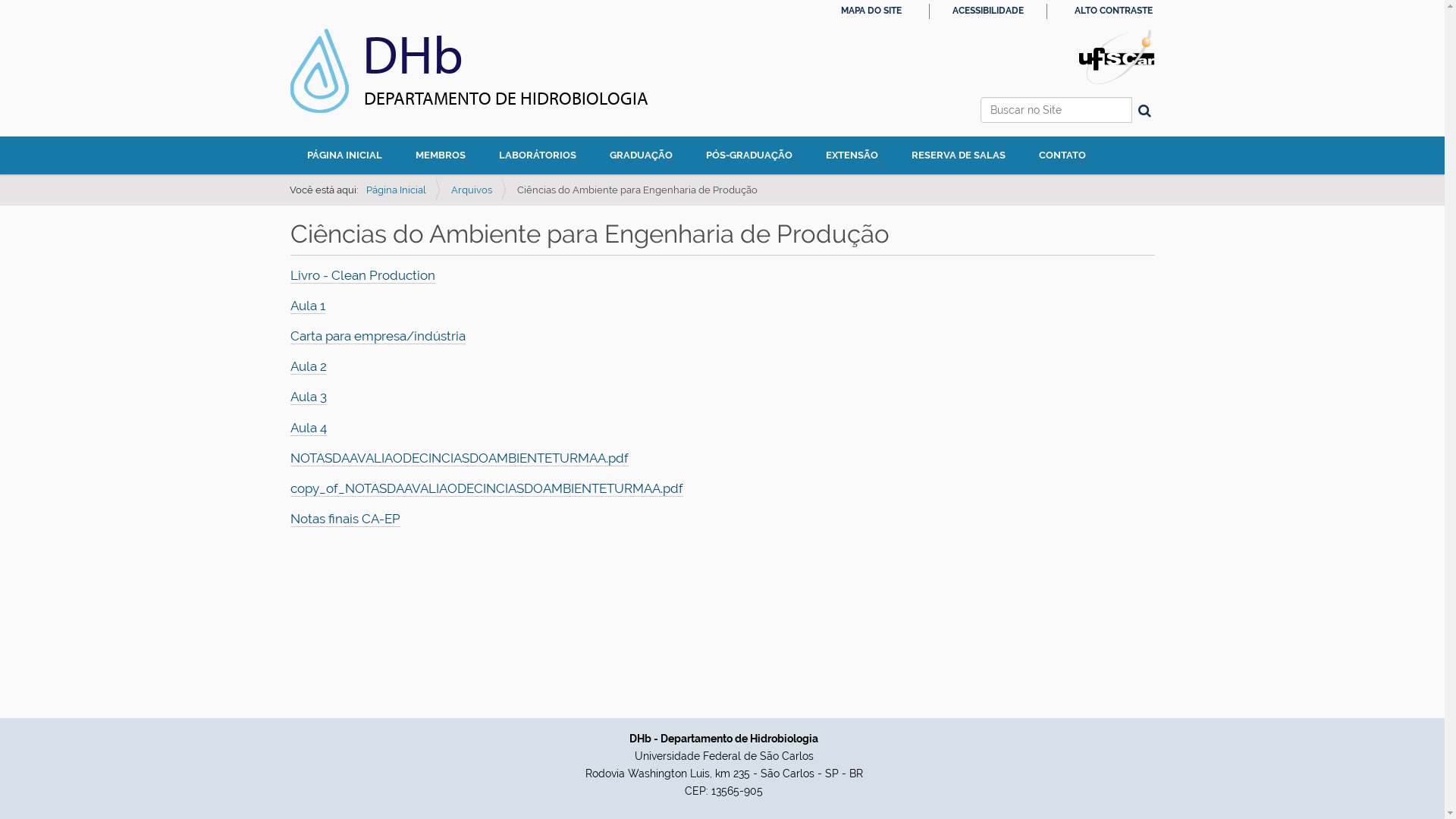  What do you see at coordinates (468, 82) in the screenshot?
I see `'DHb` at bounding box center [468, 82].